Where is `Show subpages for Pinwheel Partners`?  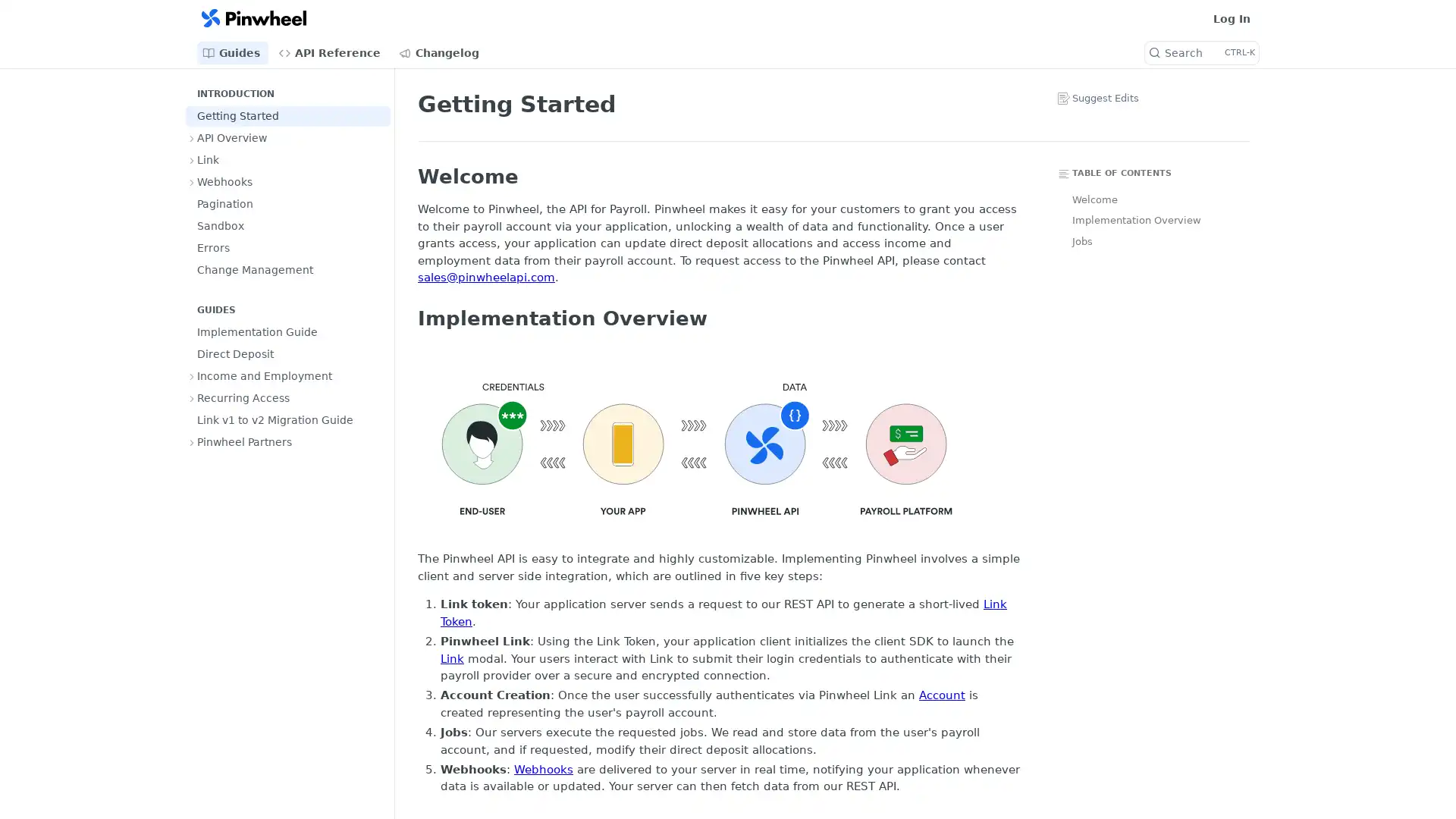 Show subpages for Pinwheel Partners is located at coordinates (192, 441).